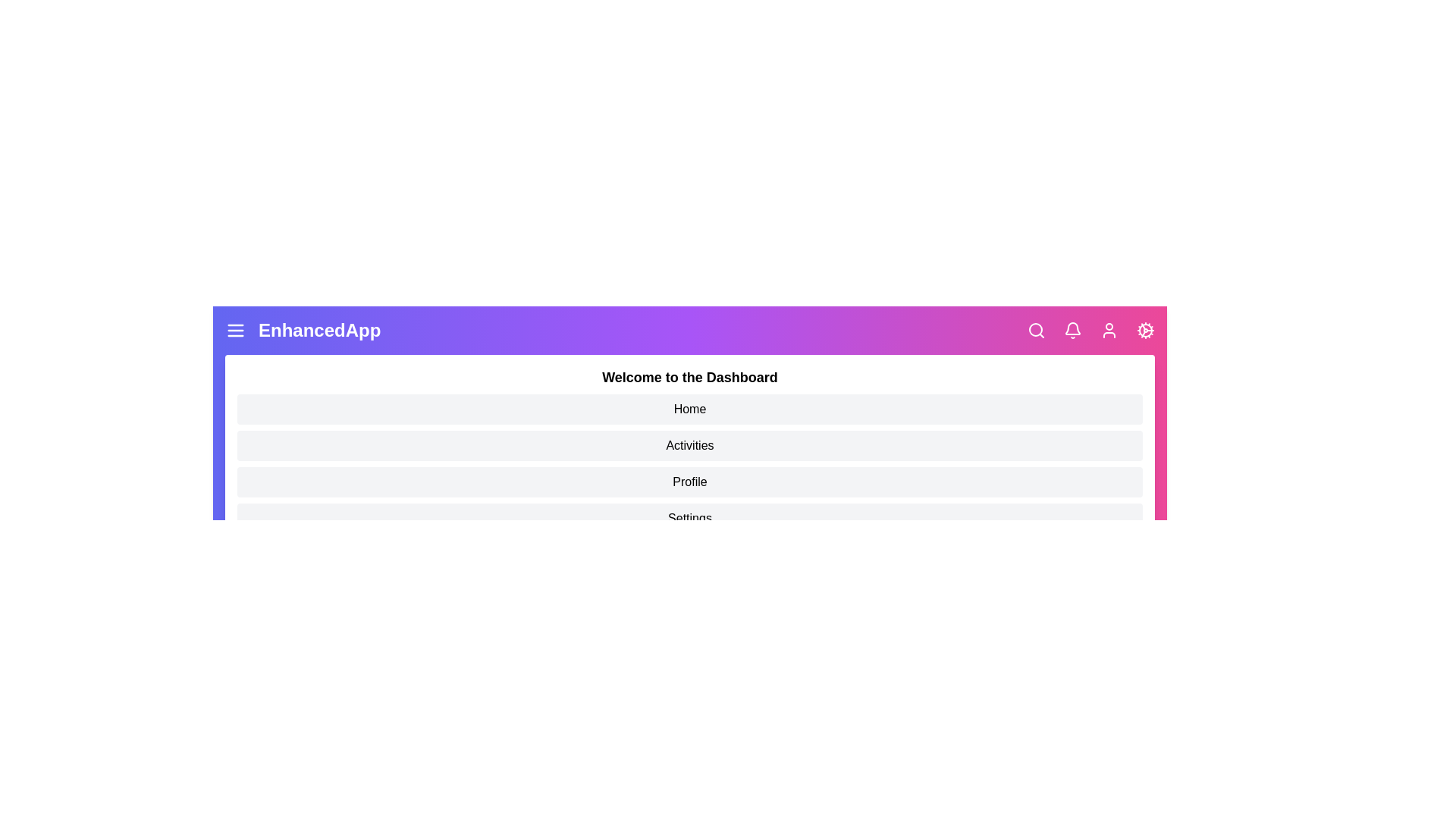 Image resolution: width=1456 pixels, height=819 pixels. What do you see at coordinates (689, 517) in the screenshot?
I see `the dashboard item labeled Settings` at bounding box center [689, 517].